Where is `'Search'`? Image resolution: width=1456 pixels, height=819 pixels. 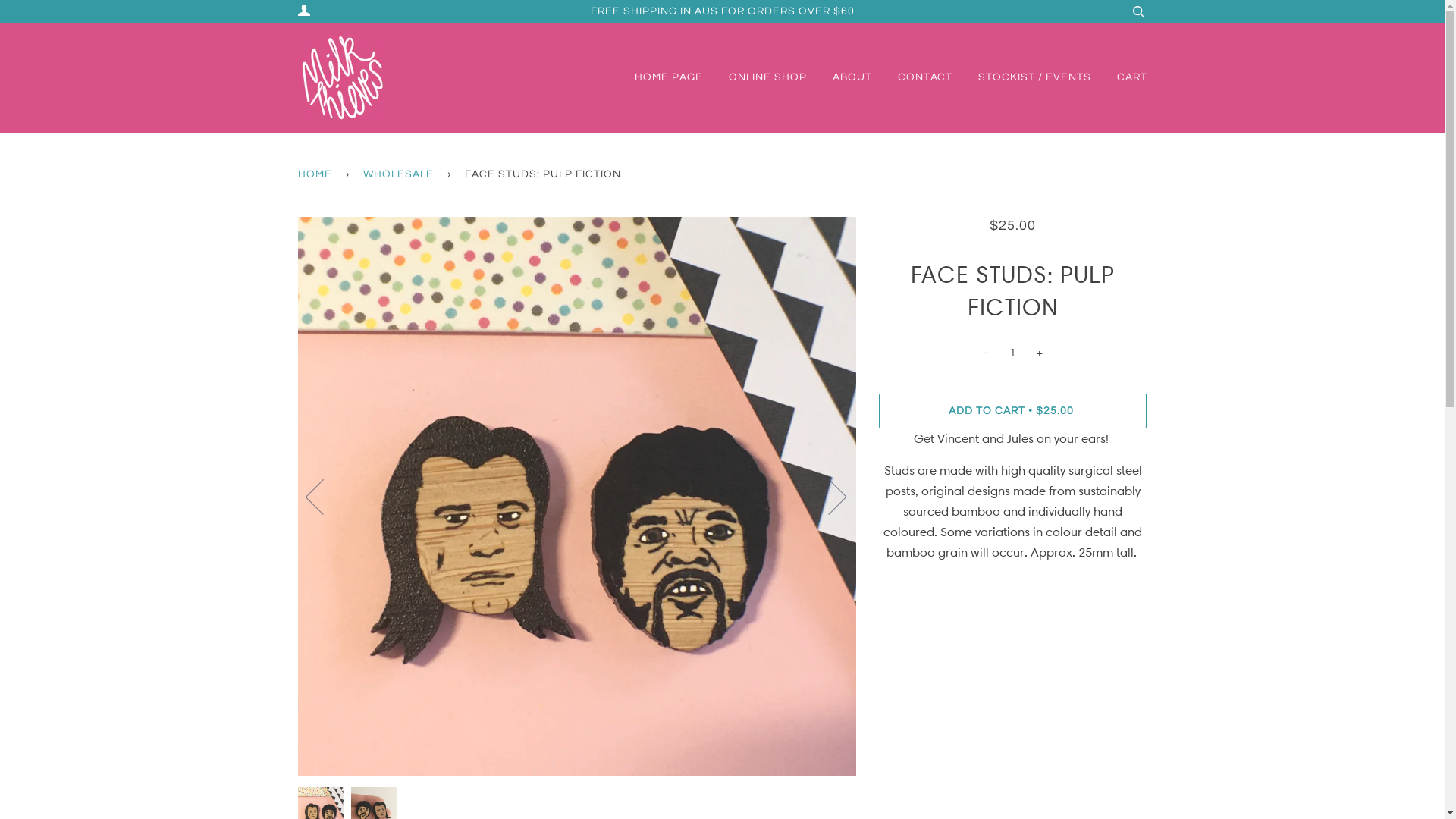
'Search' is located at coordinates (1137, 11).